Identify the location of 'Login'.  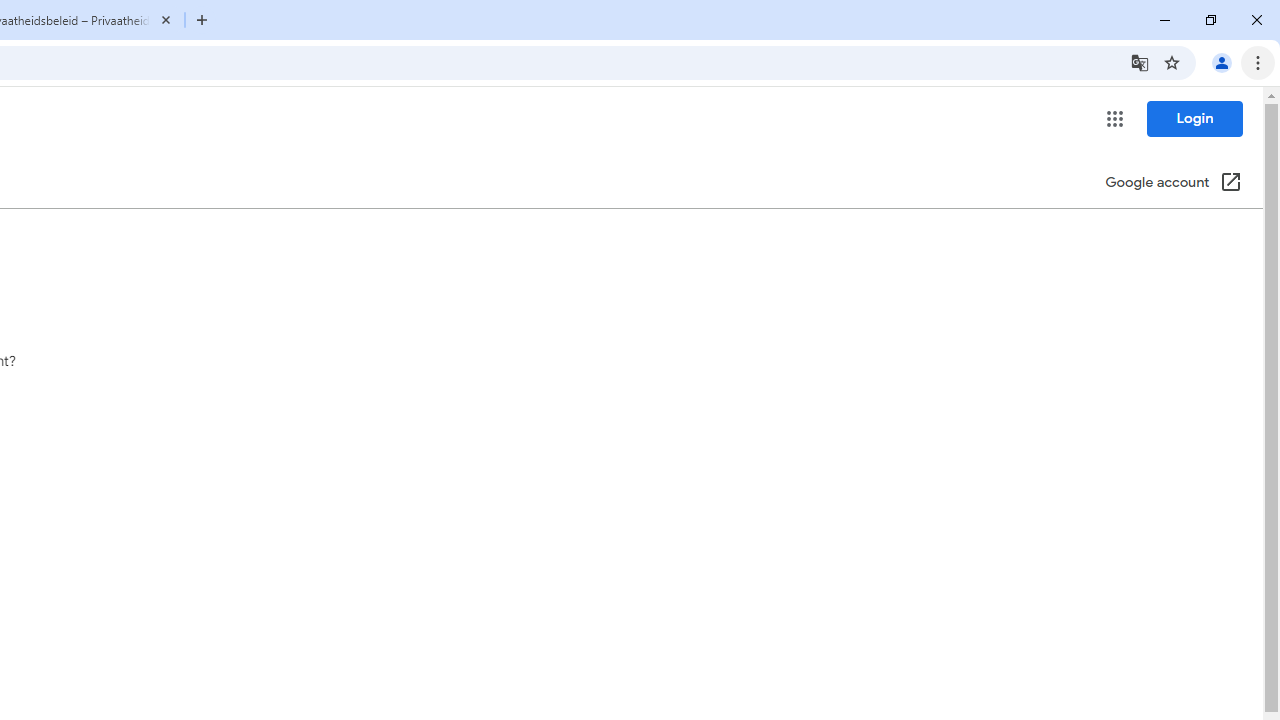
(1194, 118).